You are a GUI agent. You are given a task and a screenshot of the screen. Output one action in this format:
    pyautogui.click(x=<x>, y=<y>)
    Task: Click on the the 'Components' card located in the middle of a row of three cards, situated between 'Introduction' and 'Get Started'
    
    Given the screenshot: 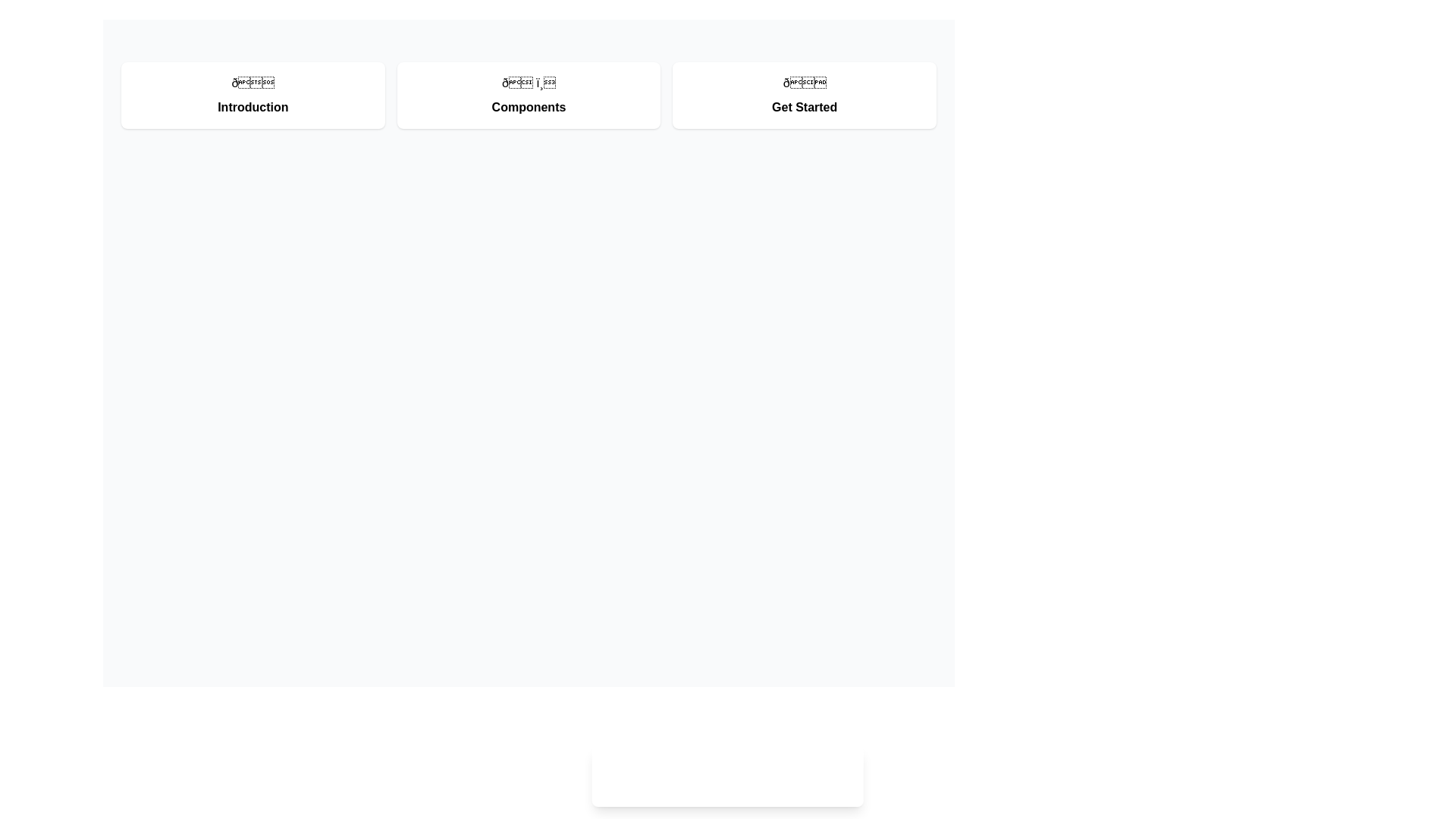 What is the action you would take?
    pyautogui.click(x=529, y=96)
    